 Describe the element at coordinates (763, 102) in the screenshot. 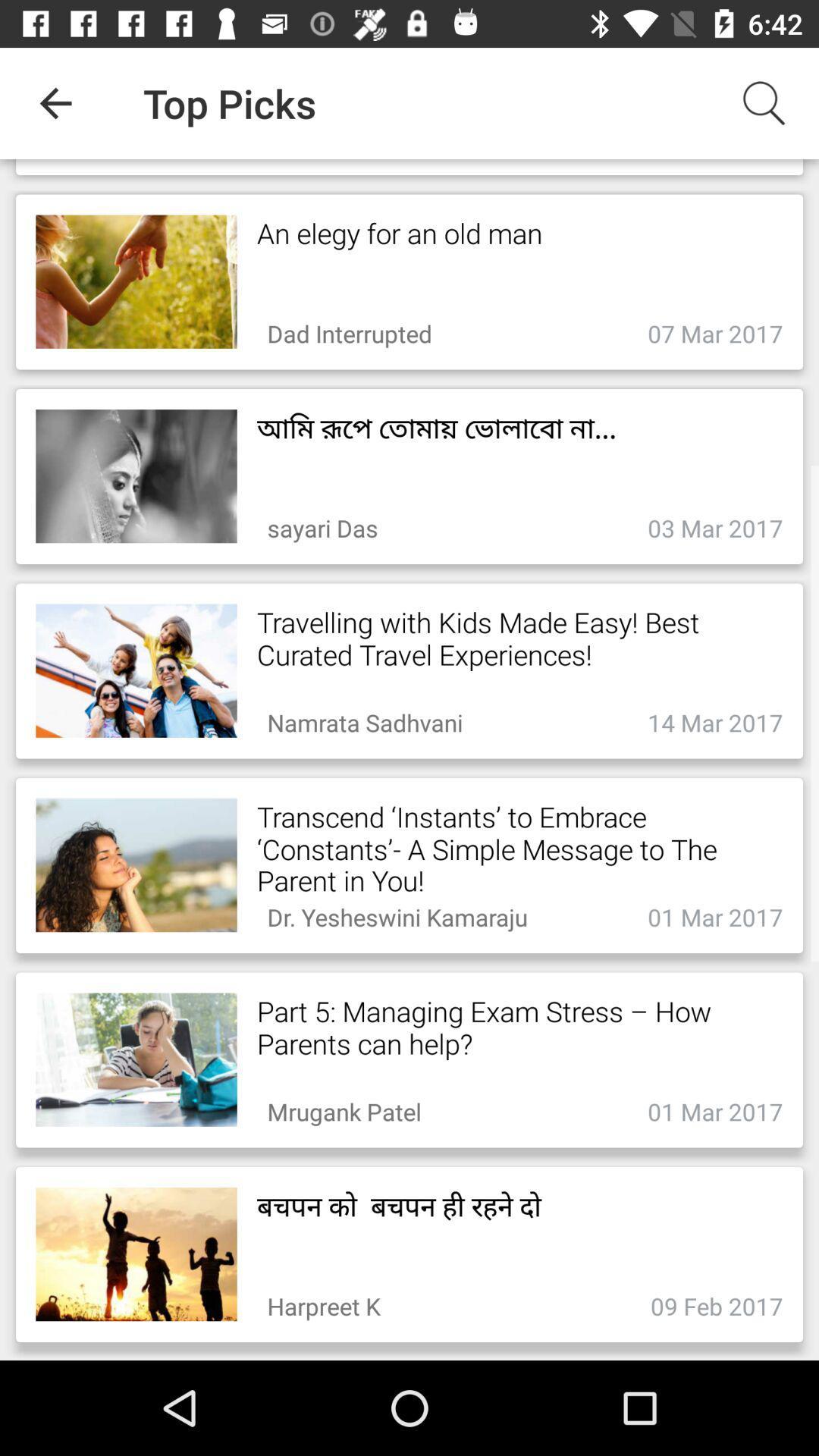

I see `the item to the right of top picks app` at that location.